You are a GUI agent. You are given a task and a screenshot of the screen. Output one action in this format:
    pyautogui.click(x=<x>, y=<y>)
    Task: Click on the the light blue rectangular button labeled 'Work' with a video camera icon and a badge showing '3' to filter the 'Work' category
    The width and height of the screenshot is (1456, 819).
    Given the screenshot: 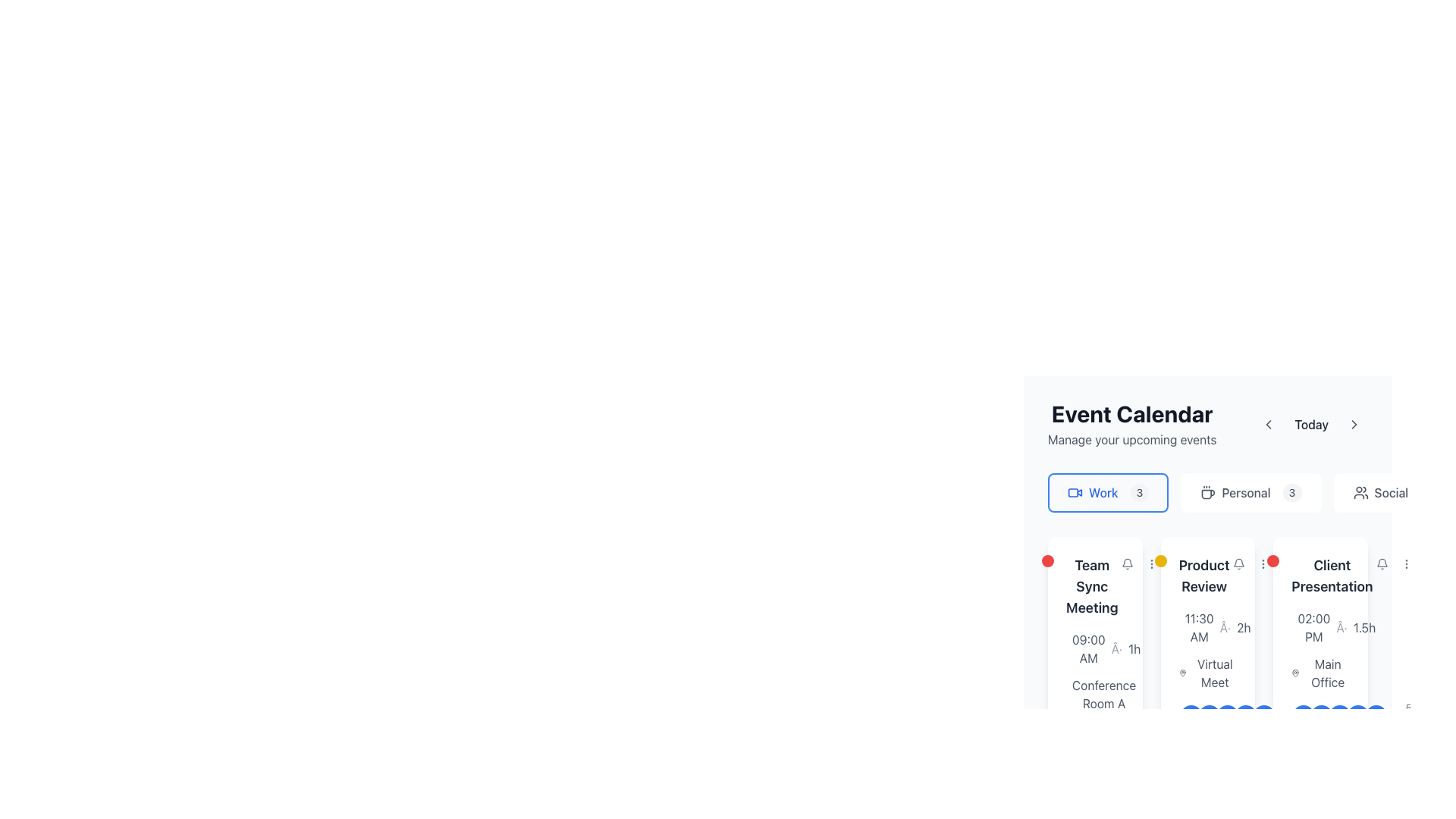 What is the action you would take?
    pyautogui.click(x=1108, y=493)
    